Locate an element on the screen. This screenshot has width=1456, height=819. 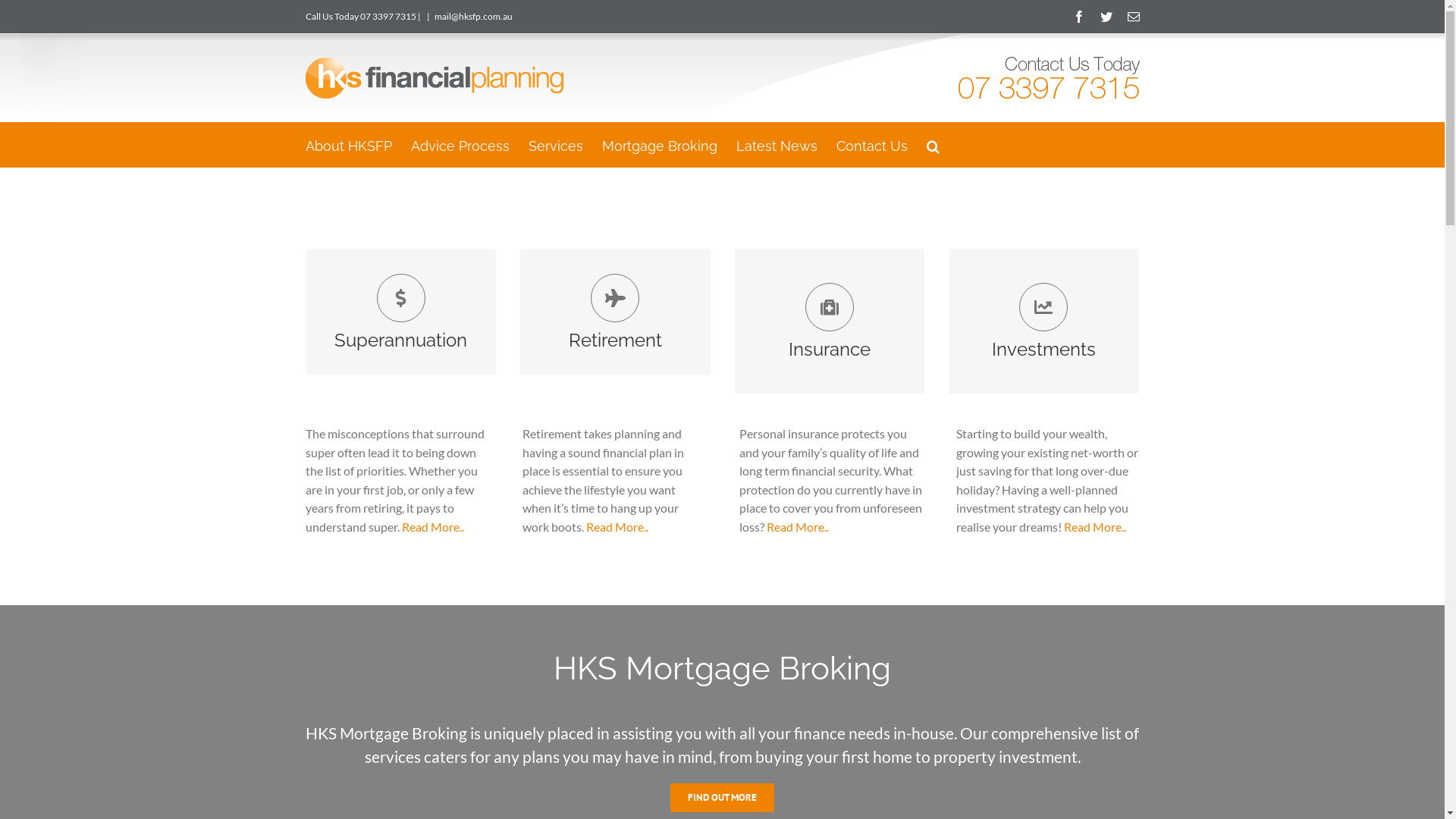
'Twitter' is located at coordinates (1099, 17).